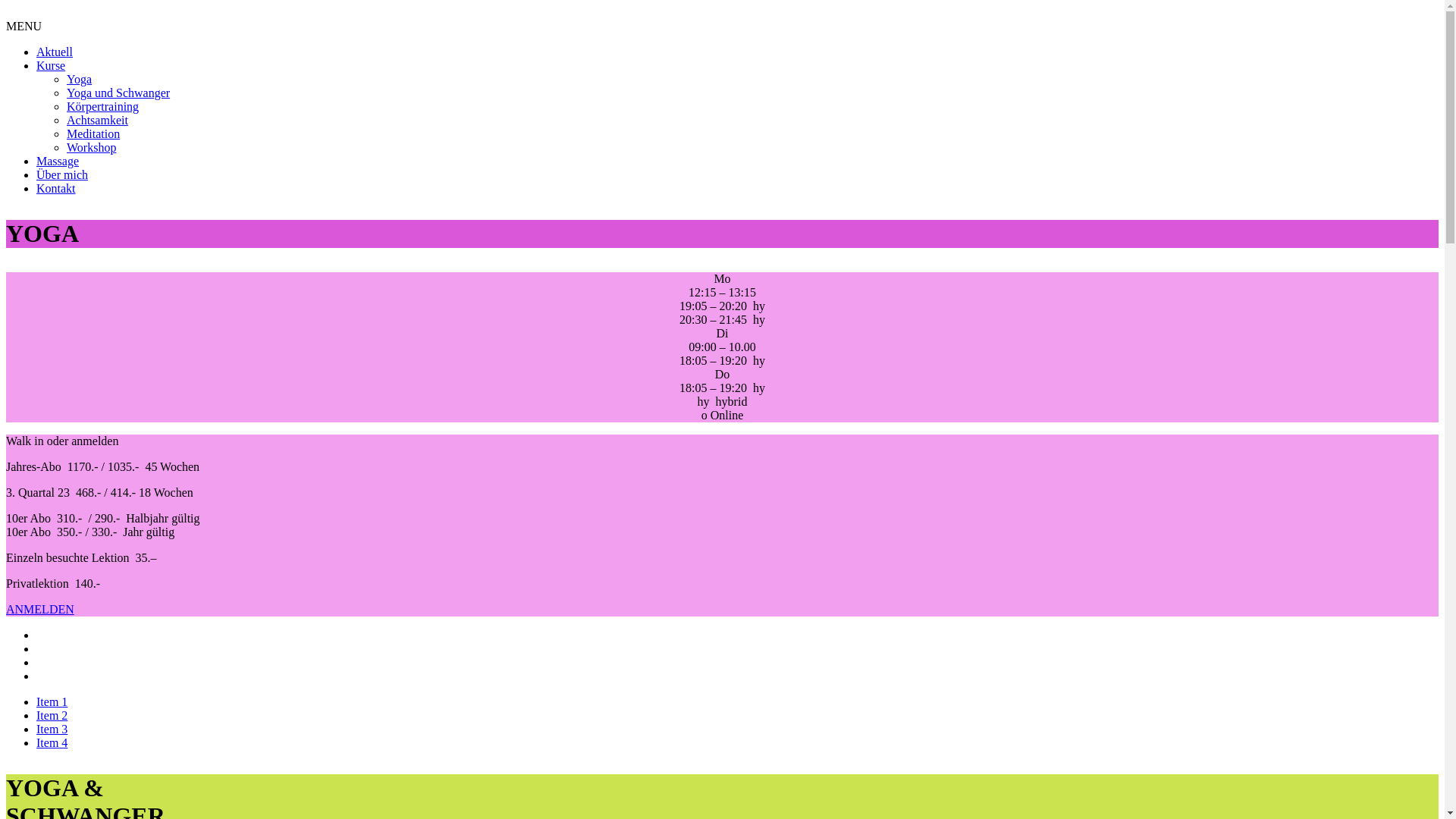 Image resolution: width=1456 pixels, height=819 pixels. Describe the element at coordinates (90, 147) in the screenshot. I see `'Workshop'` at that location.